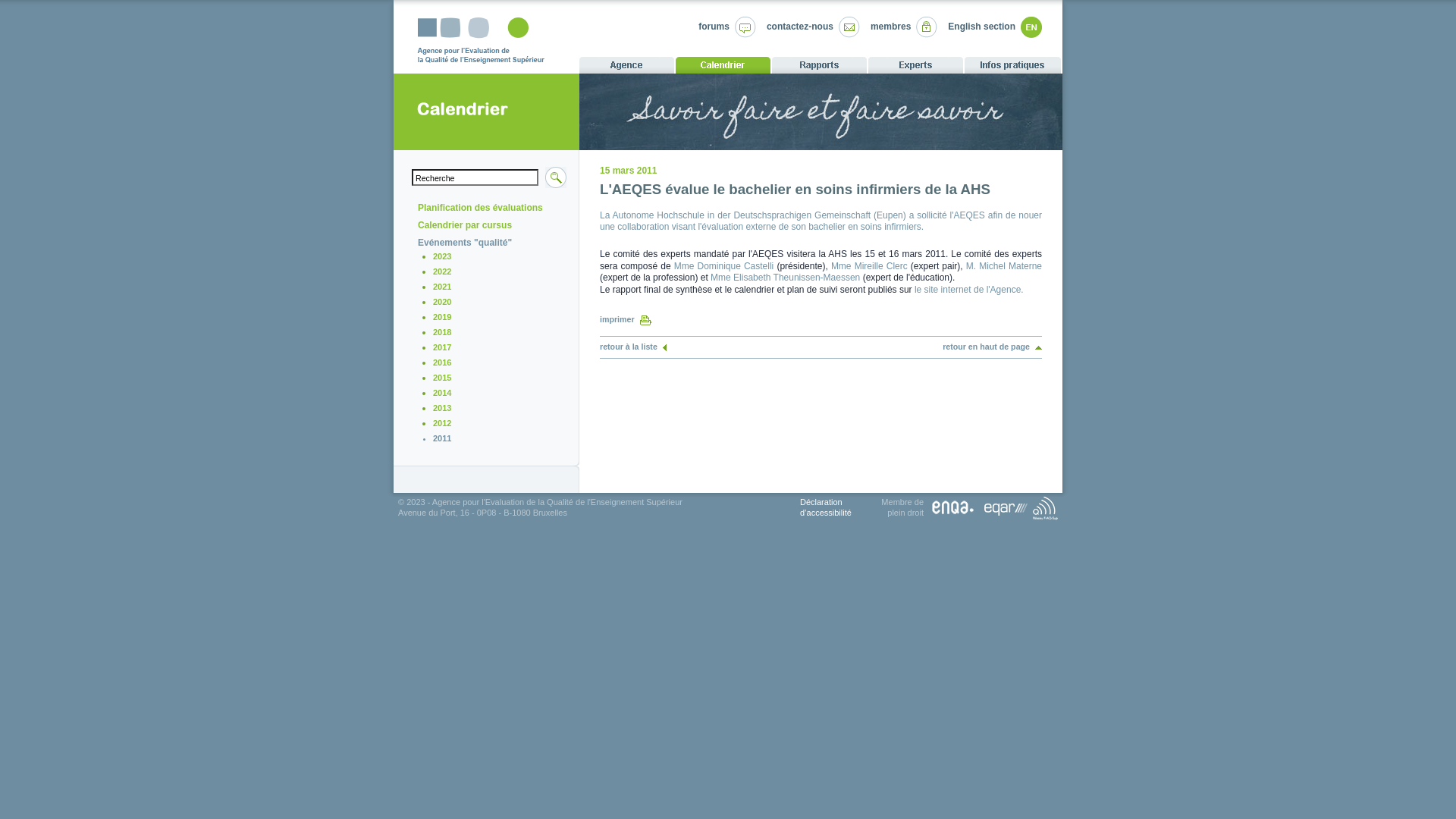 Image resolution: width=1456 pixels, height=819 pixels. I want to click on '2019', so click(441, 315).